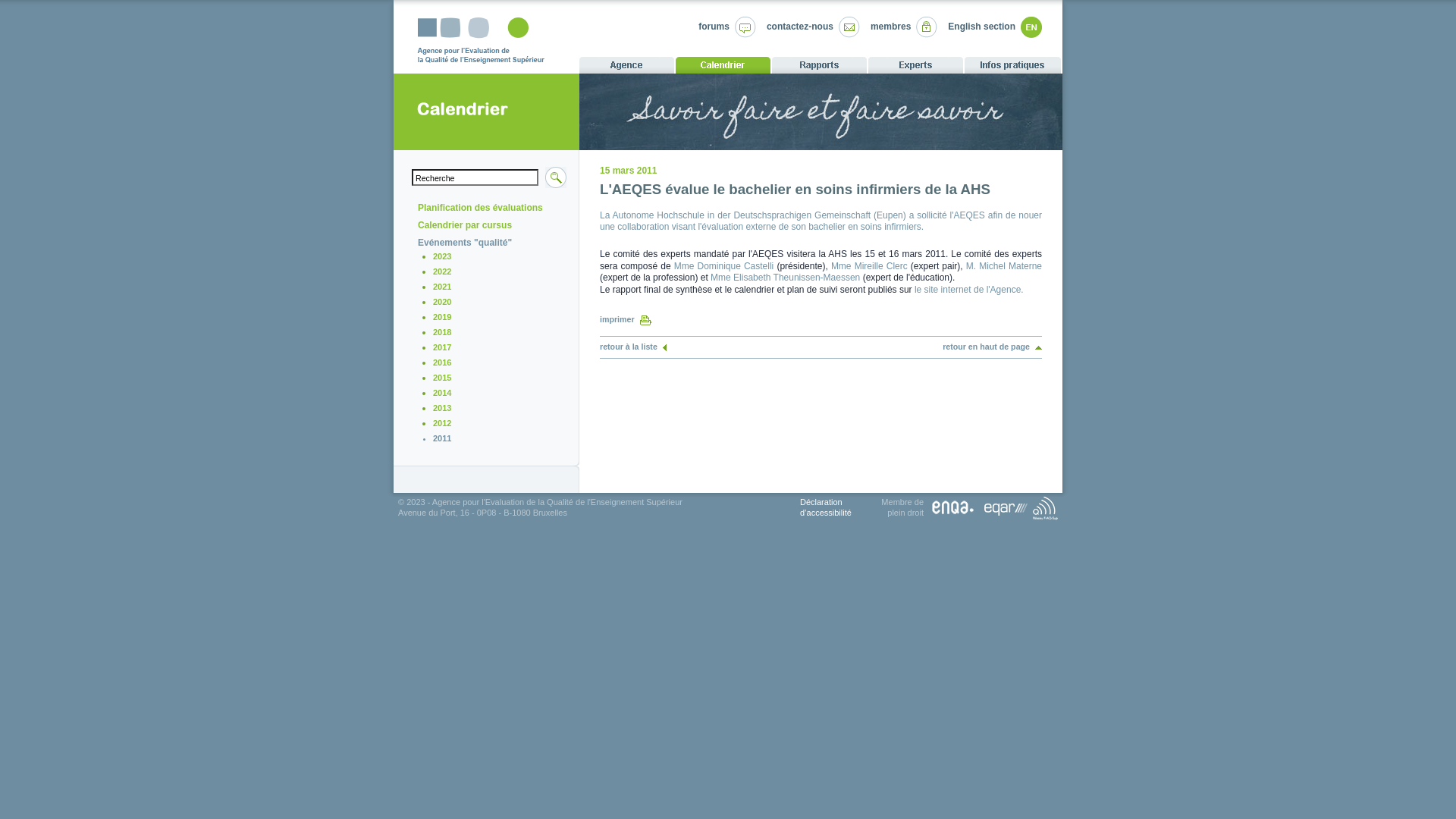 Image resolution: width=1456 pixels, height=819 pixels. I want to click on '2019', so click(441, 315).